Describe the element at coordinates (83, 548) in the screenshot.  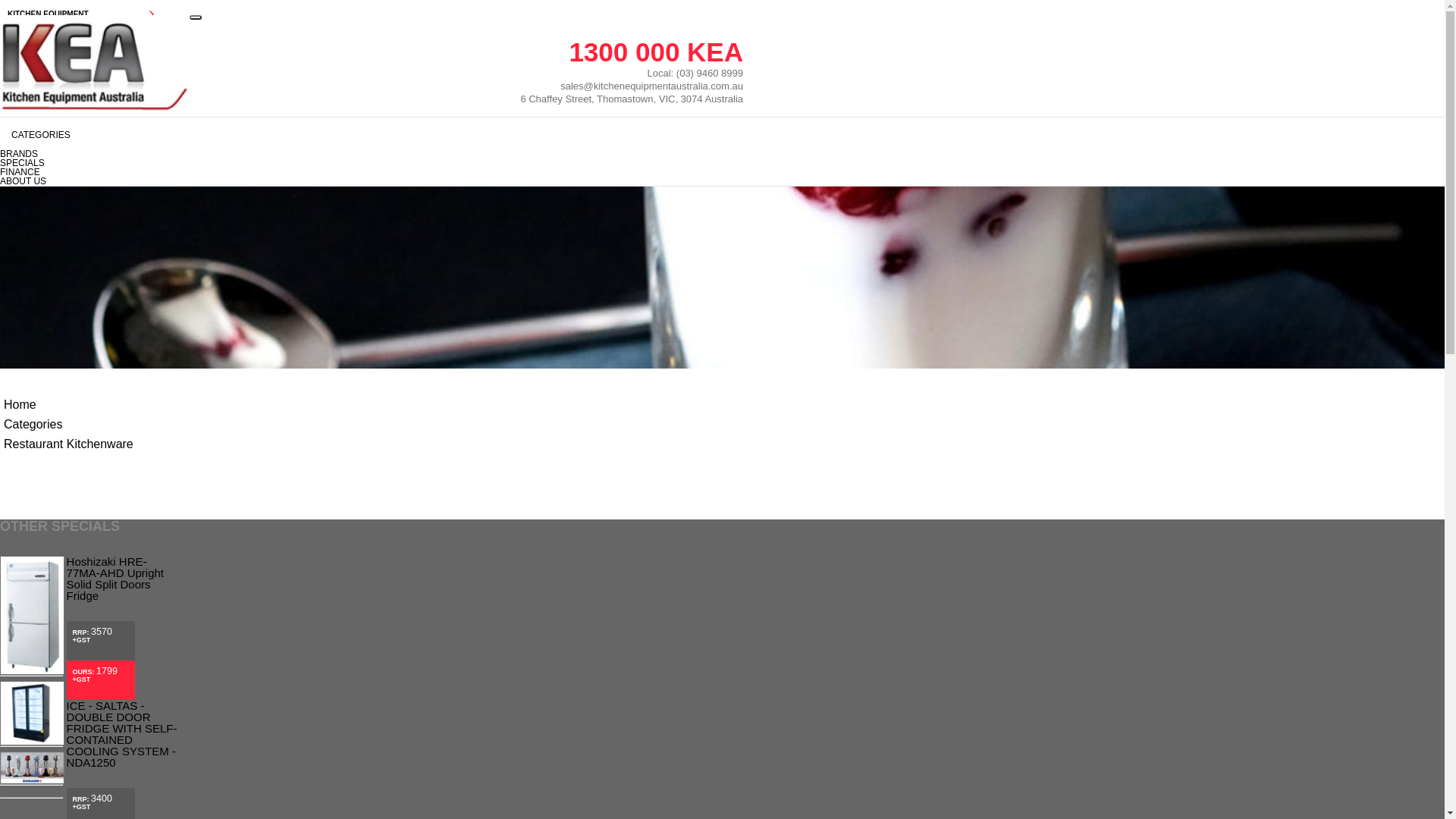
I see `'PROMOTIONS'` at that location.